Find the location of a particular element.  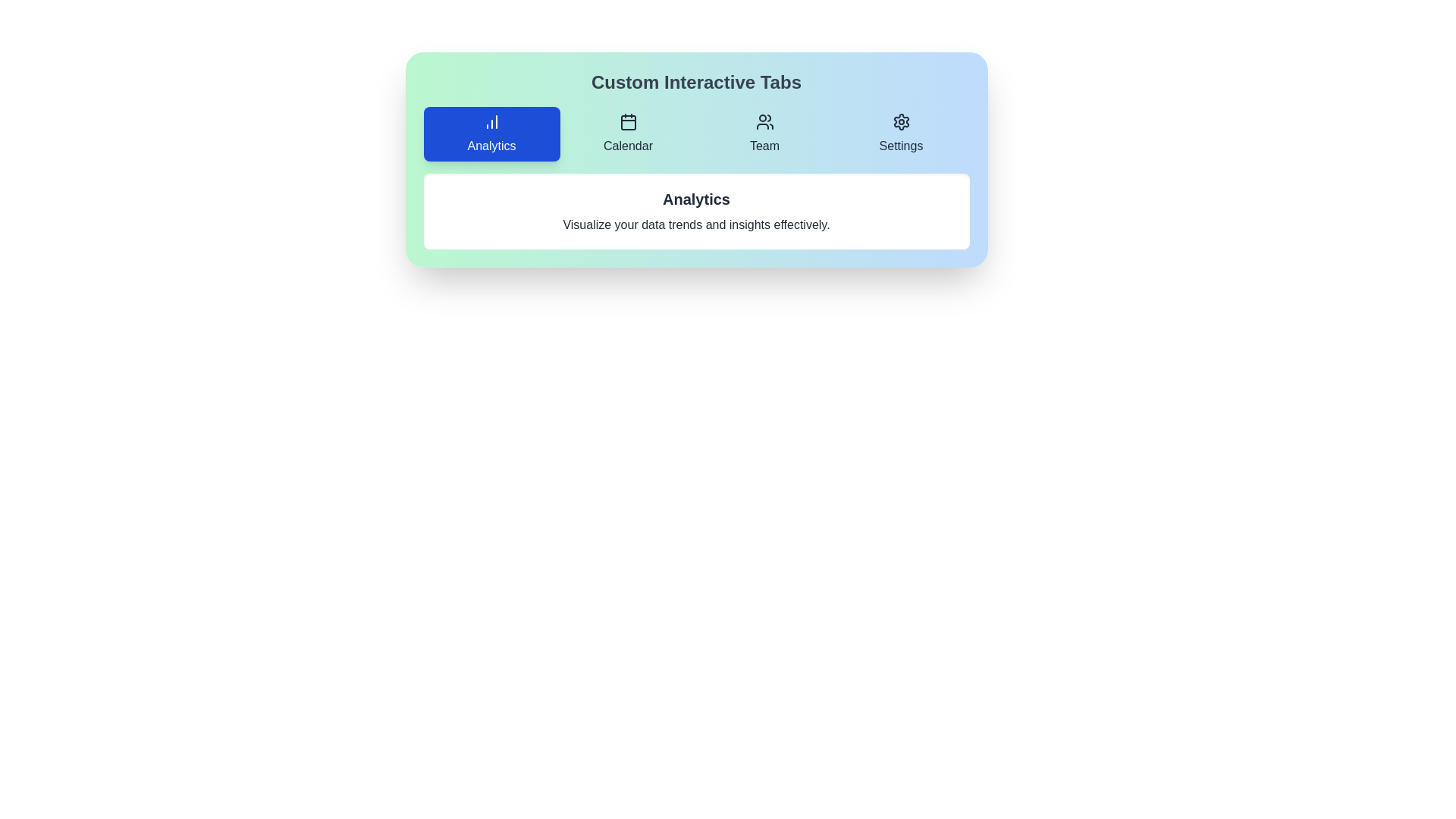

the 'Settings' text label located beneath the gear icon in the horizontal navigation bar at the top of the interface is located at coordinates (901, 146).